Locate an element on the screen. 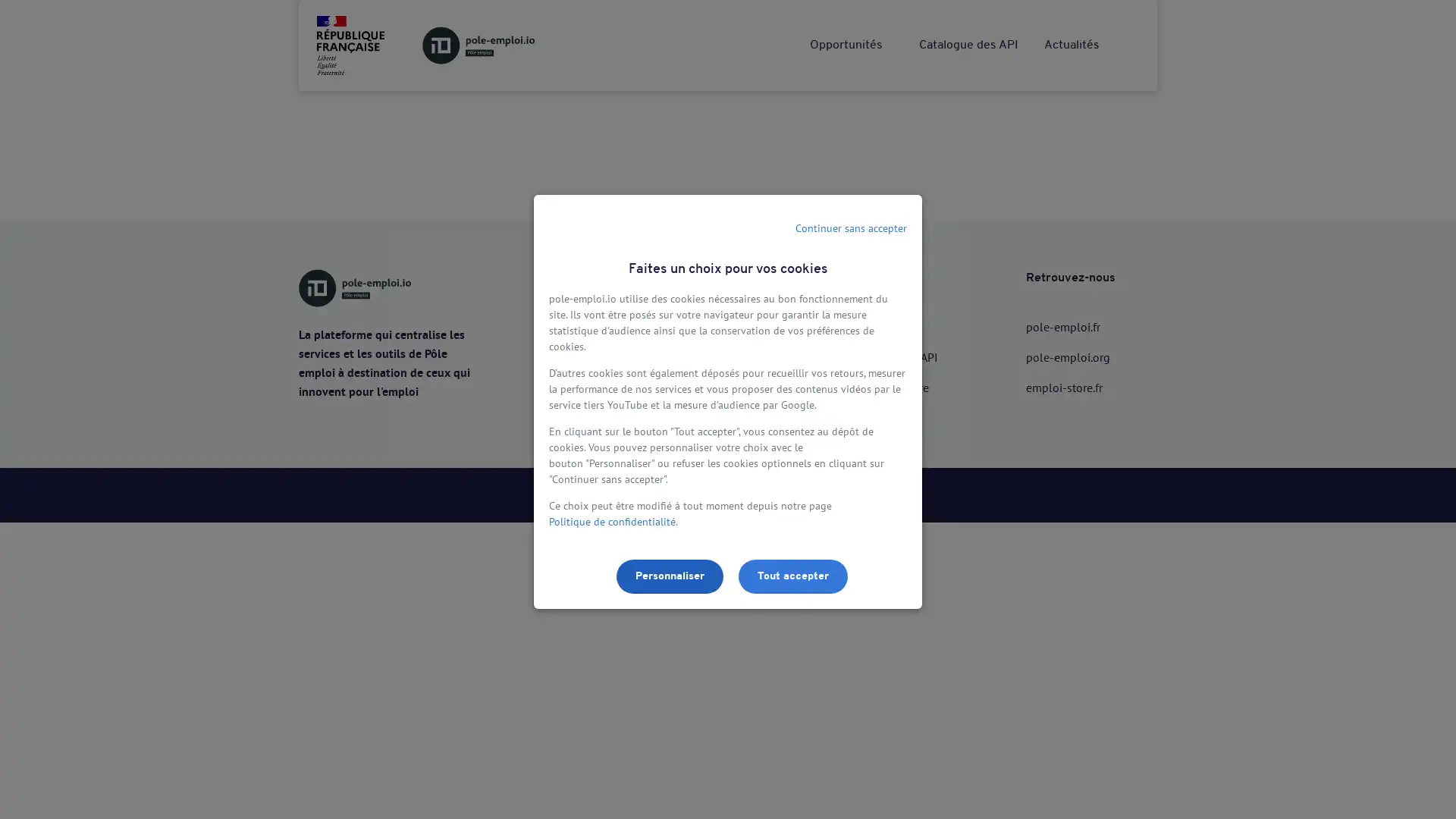 Image resolution: width=1456 pixels, height=819 pixels. Me connecter is located at coordinates (1078, 45).